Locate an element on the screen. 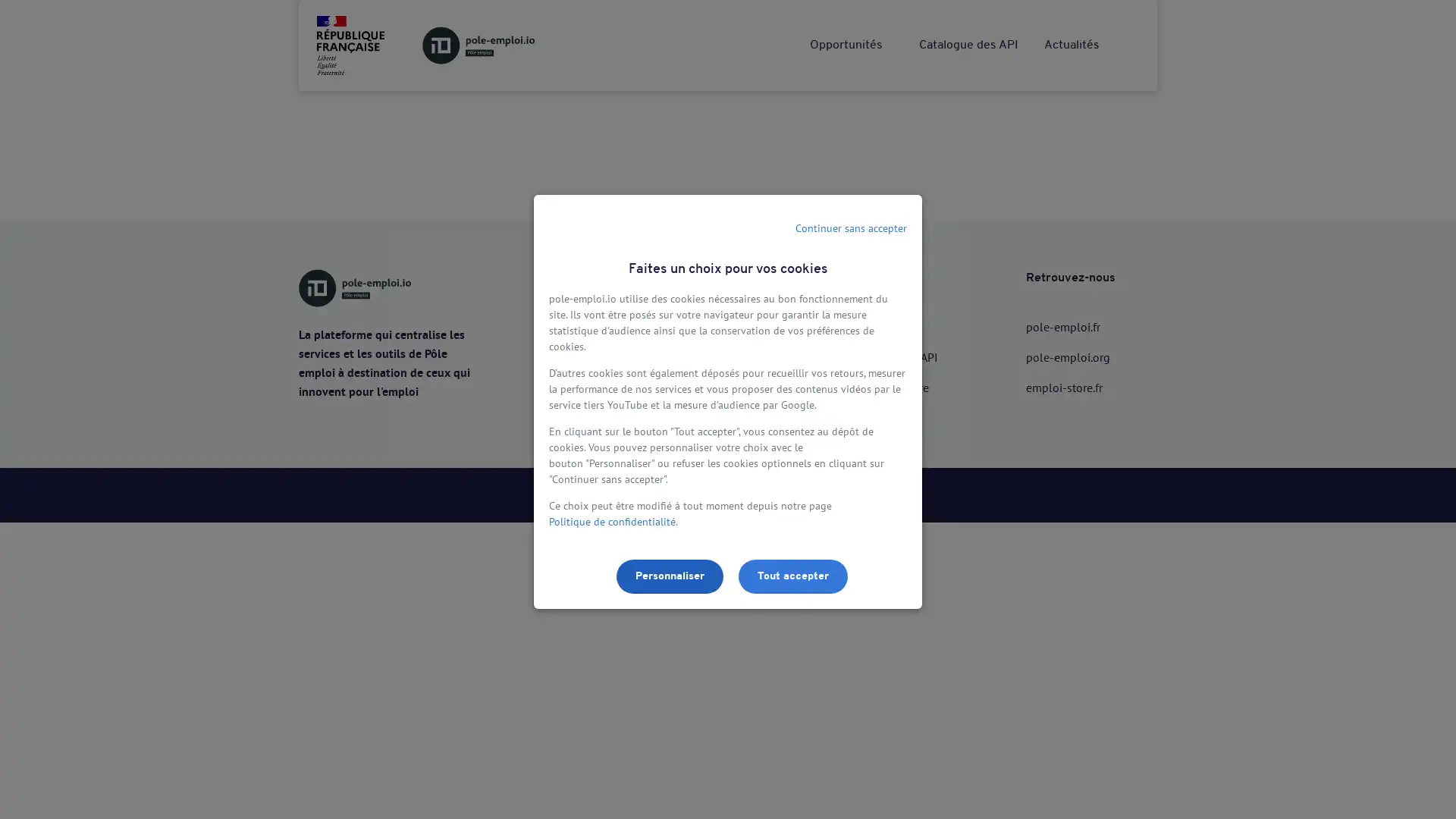 Image resolution: width=1456 pixels, height=819 pixels. Me connecter is located at coordinates (1078, 45).